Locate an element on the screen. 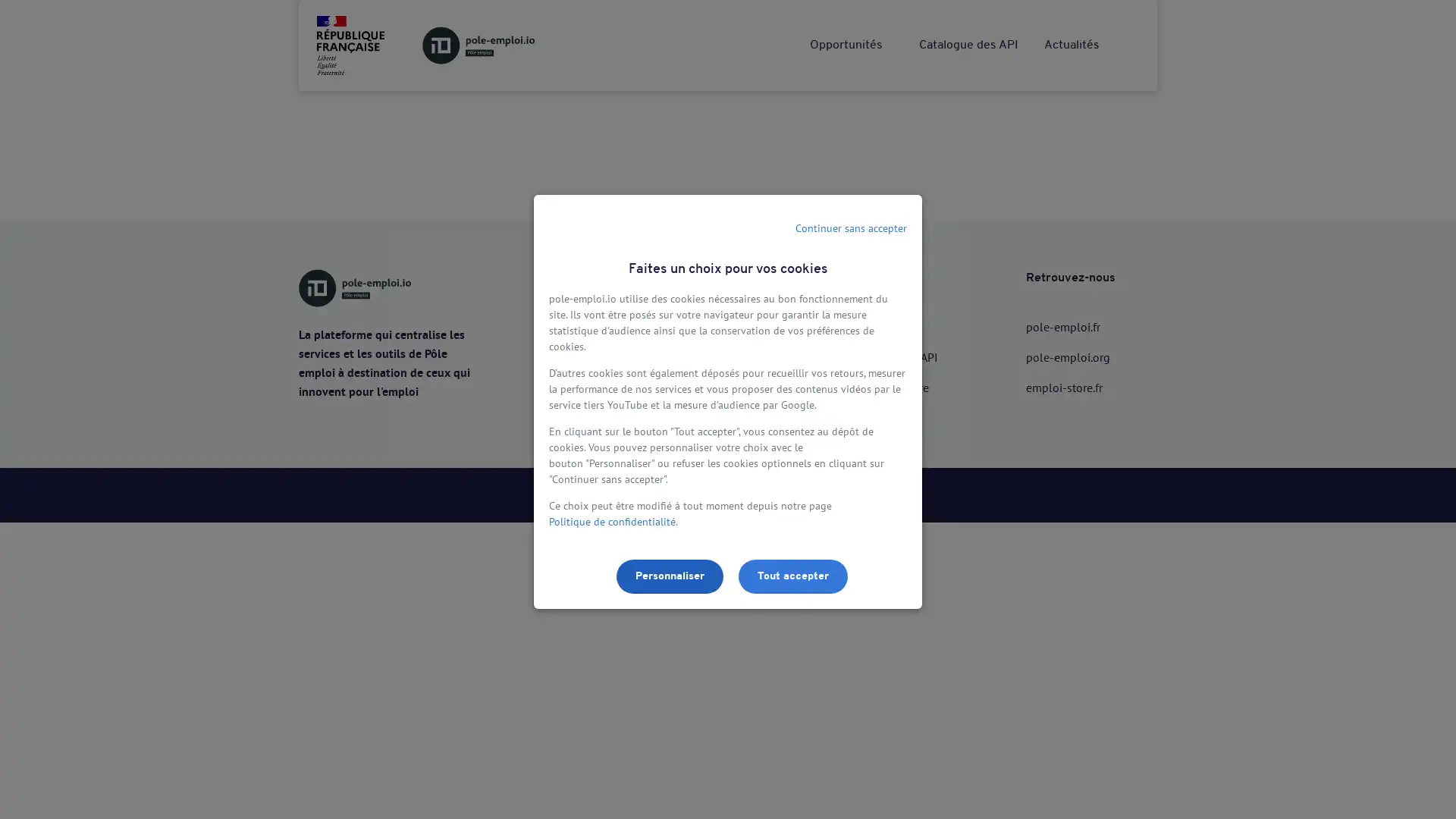 Image resolution: width=1456 pixels, height=819 pixels. Me connecter is located at coordinates (1078, 45).